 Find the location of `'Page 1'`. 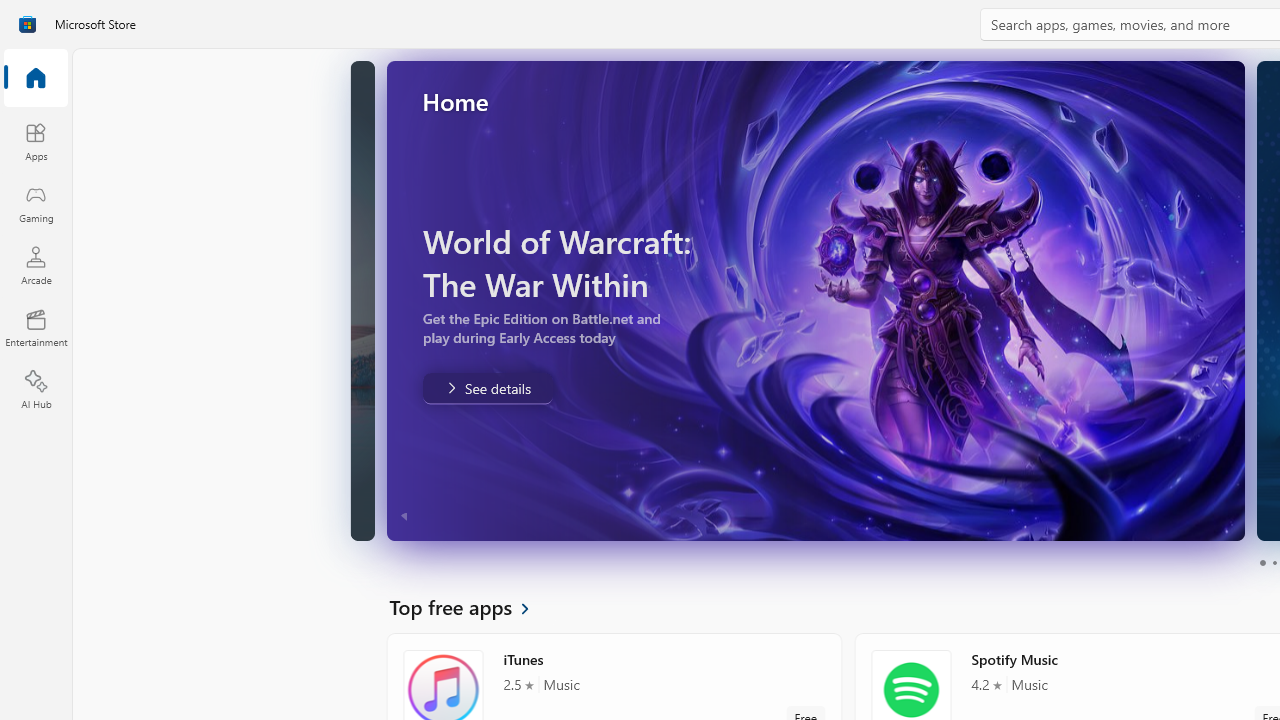

'Page 1' is located at coordinates (1261, 563).